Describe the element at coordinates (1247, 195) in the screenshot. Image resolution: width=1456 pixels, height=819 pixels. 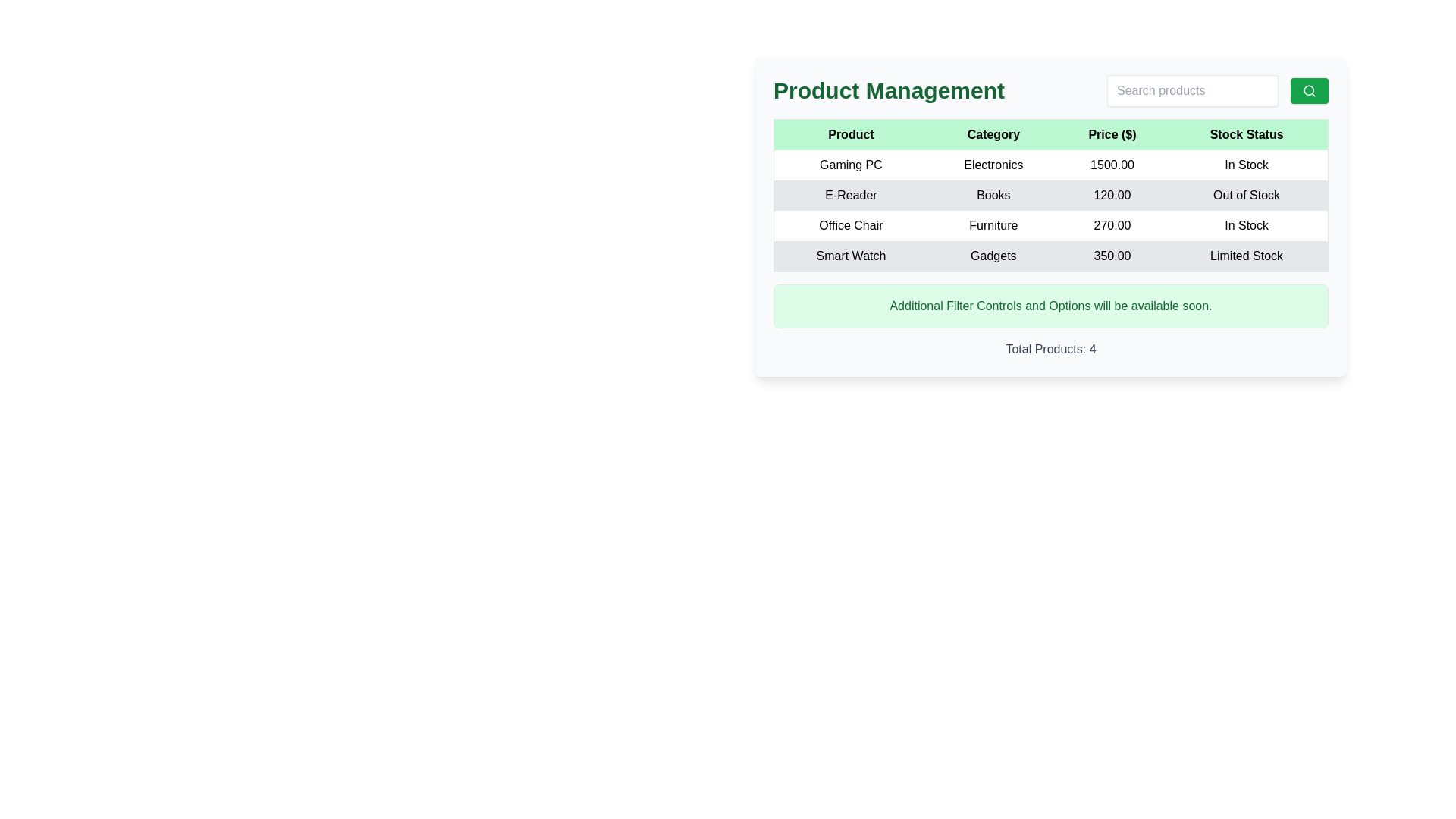
I see `the static text element in the 'Stock Status' column indicating that the E-Reader is not currently available for purchase` at that location.